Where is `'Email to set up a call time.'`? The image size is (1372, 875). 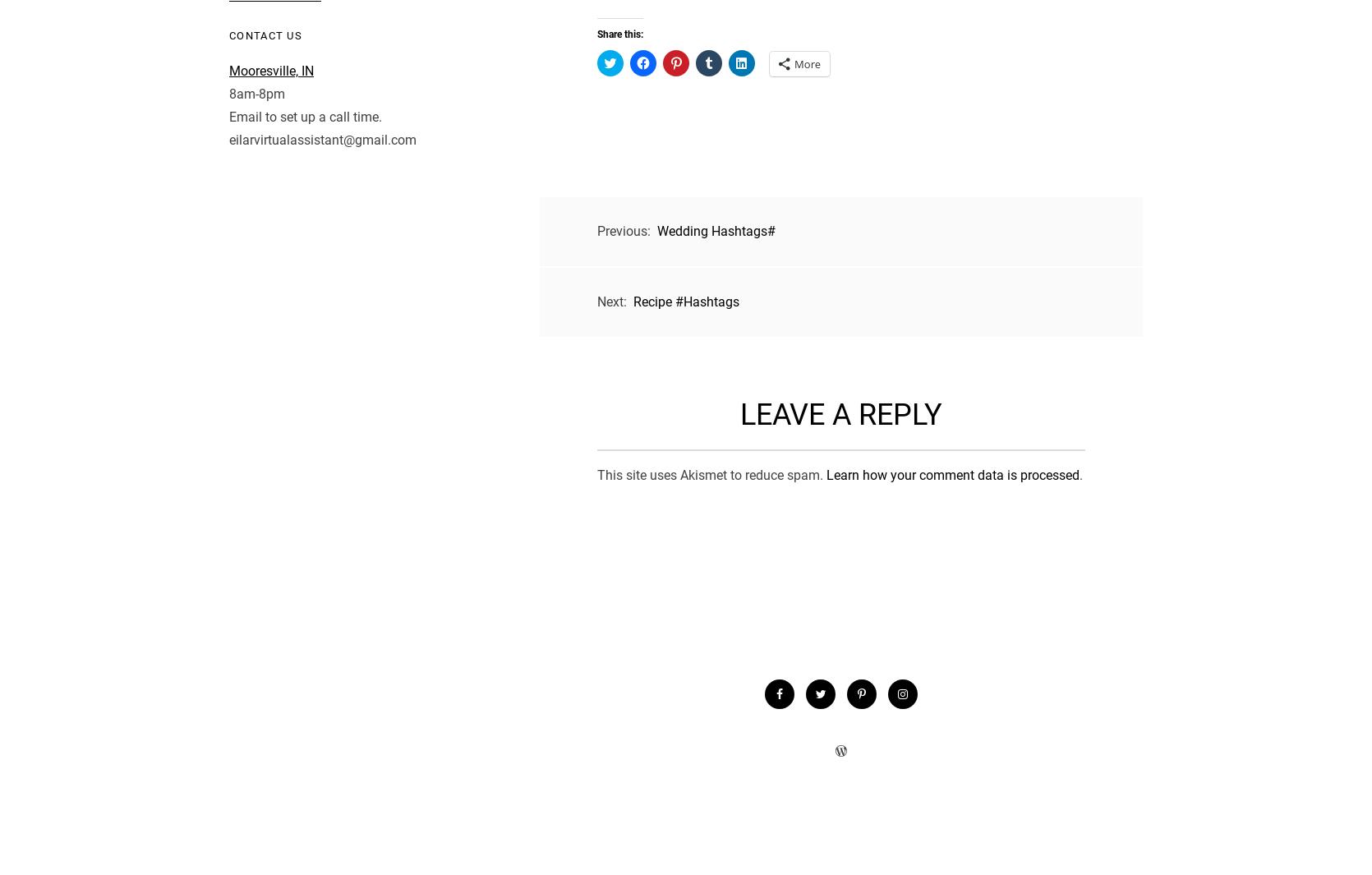 'Email to set up a call time.' is located at coordinates (306, 115).